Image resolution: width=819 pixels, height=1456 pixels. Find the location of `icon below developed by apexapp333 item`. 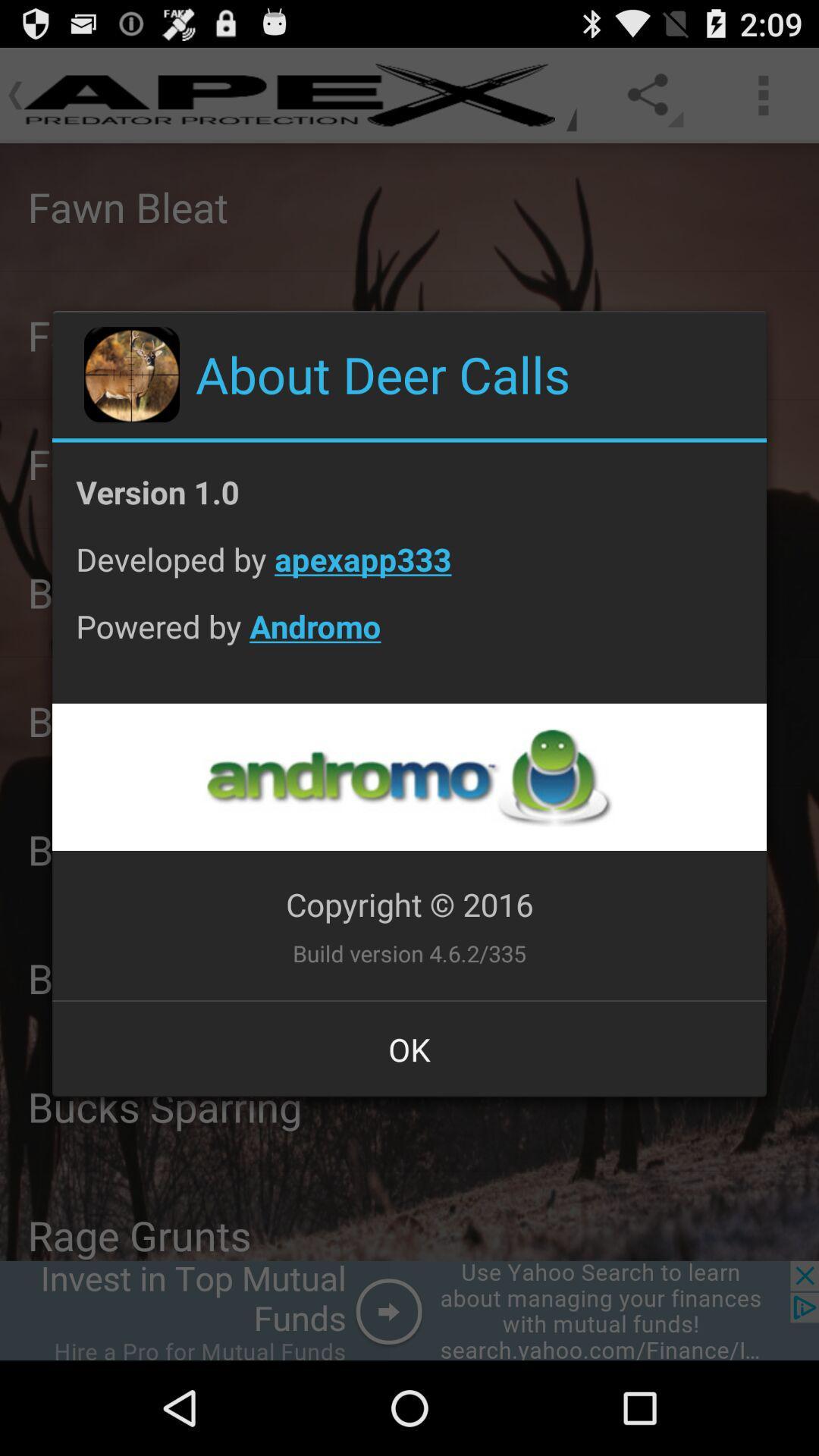

icon below developed by apexapp333 item is located at coordinates (409, 638).